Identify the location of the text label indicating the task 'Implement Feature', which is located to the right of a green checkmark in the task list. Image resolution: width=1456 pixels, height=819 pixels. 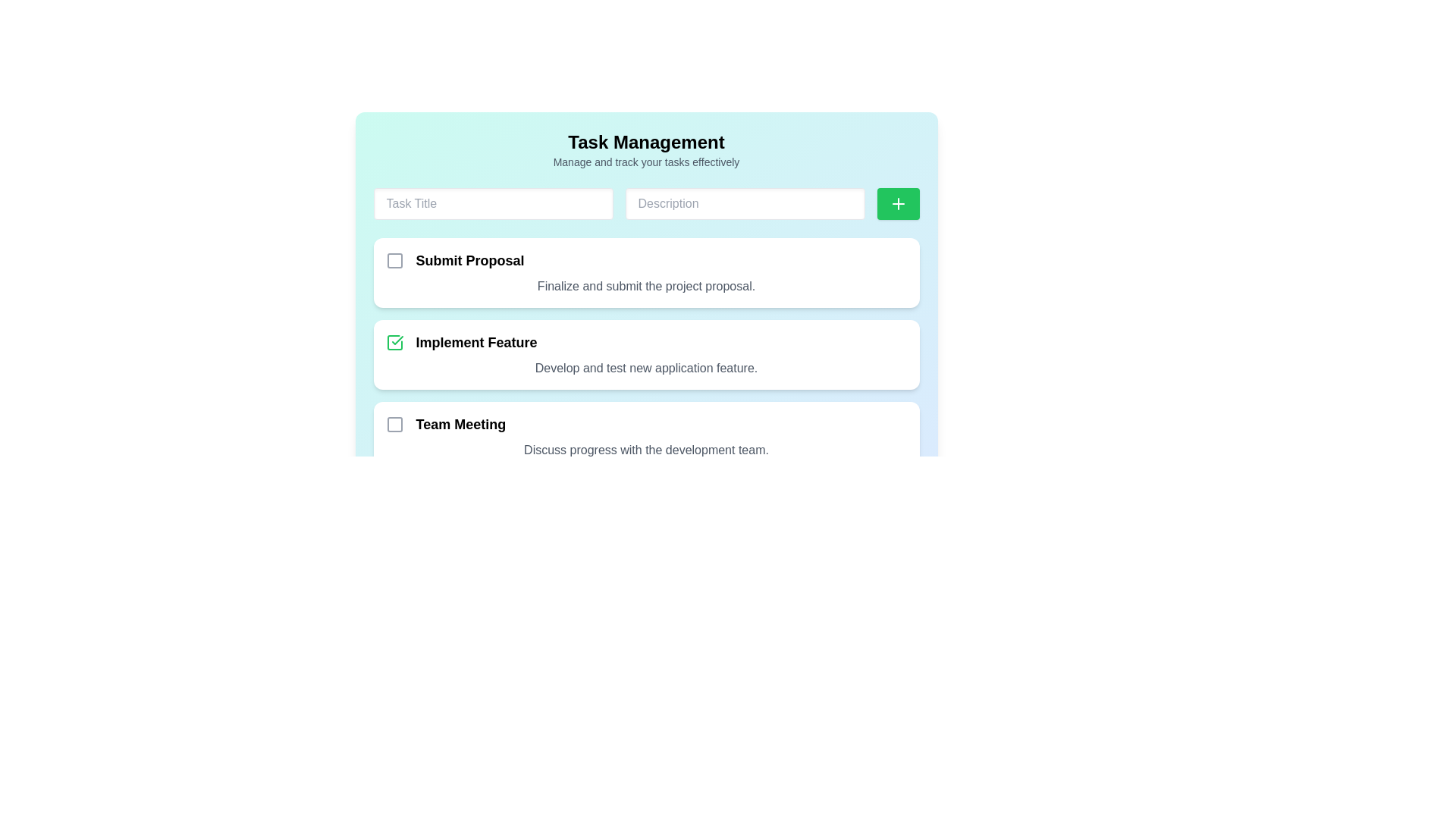
(475, 342).